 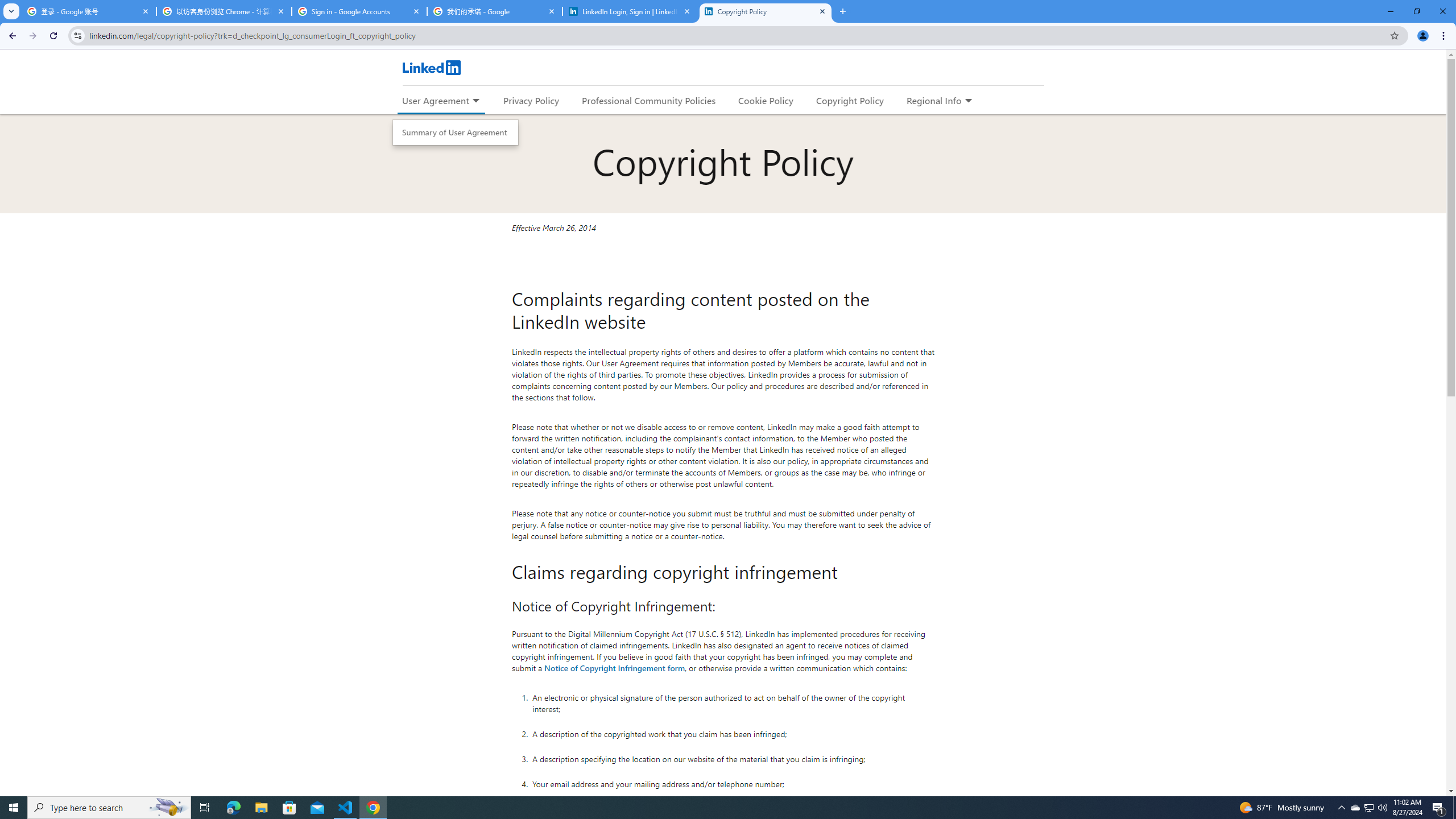 I want to click on 'Expand to show more links for Regional Info', so click(x=967, y=101).